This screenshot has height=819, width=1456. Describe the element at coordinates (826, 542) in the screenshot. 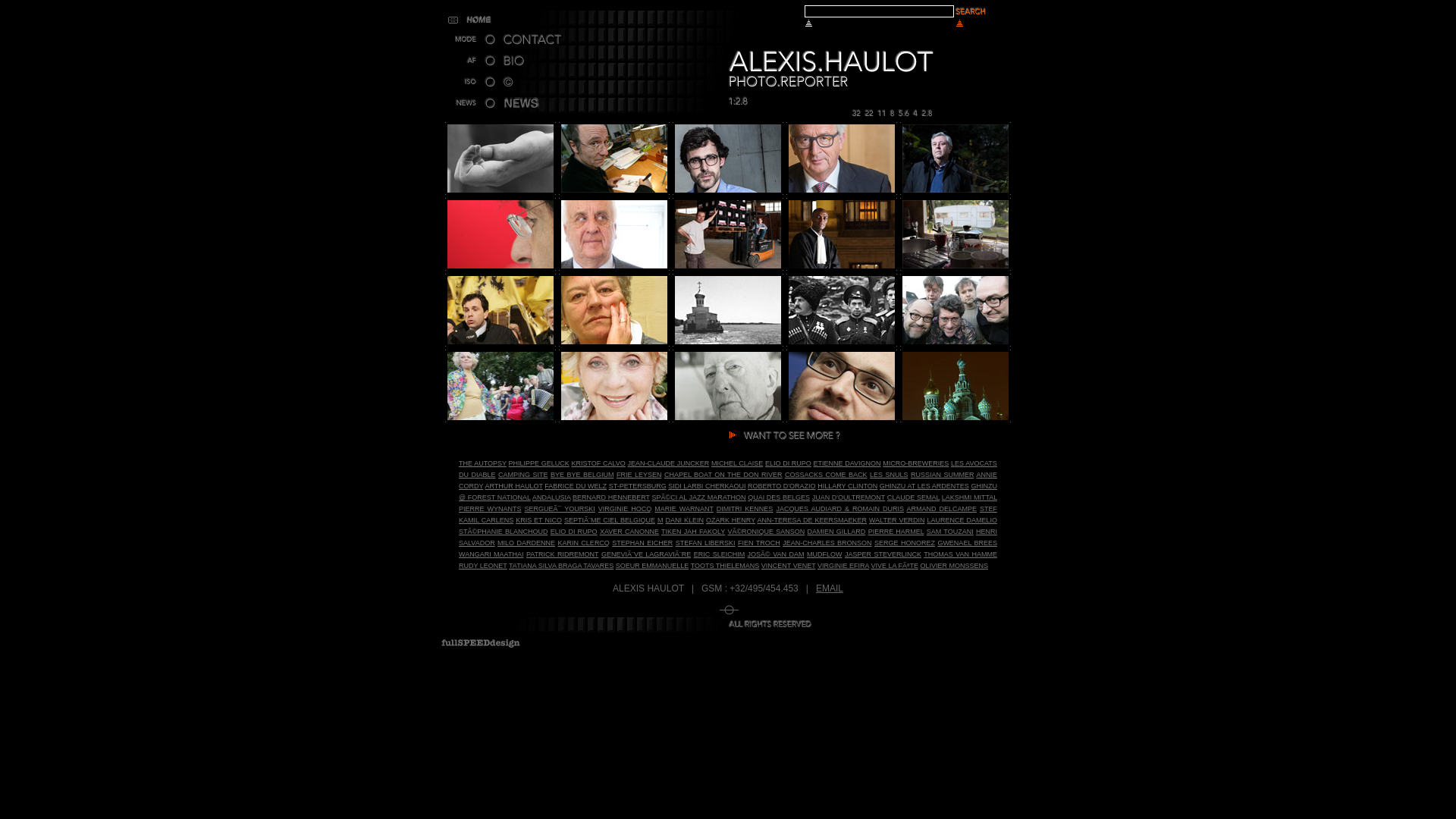

I see `'JEAN-CHARLES BRONSON'` at that location.